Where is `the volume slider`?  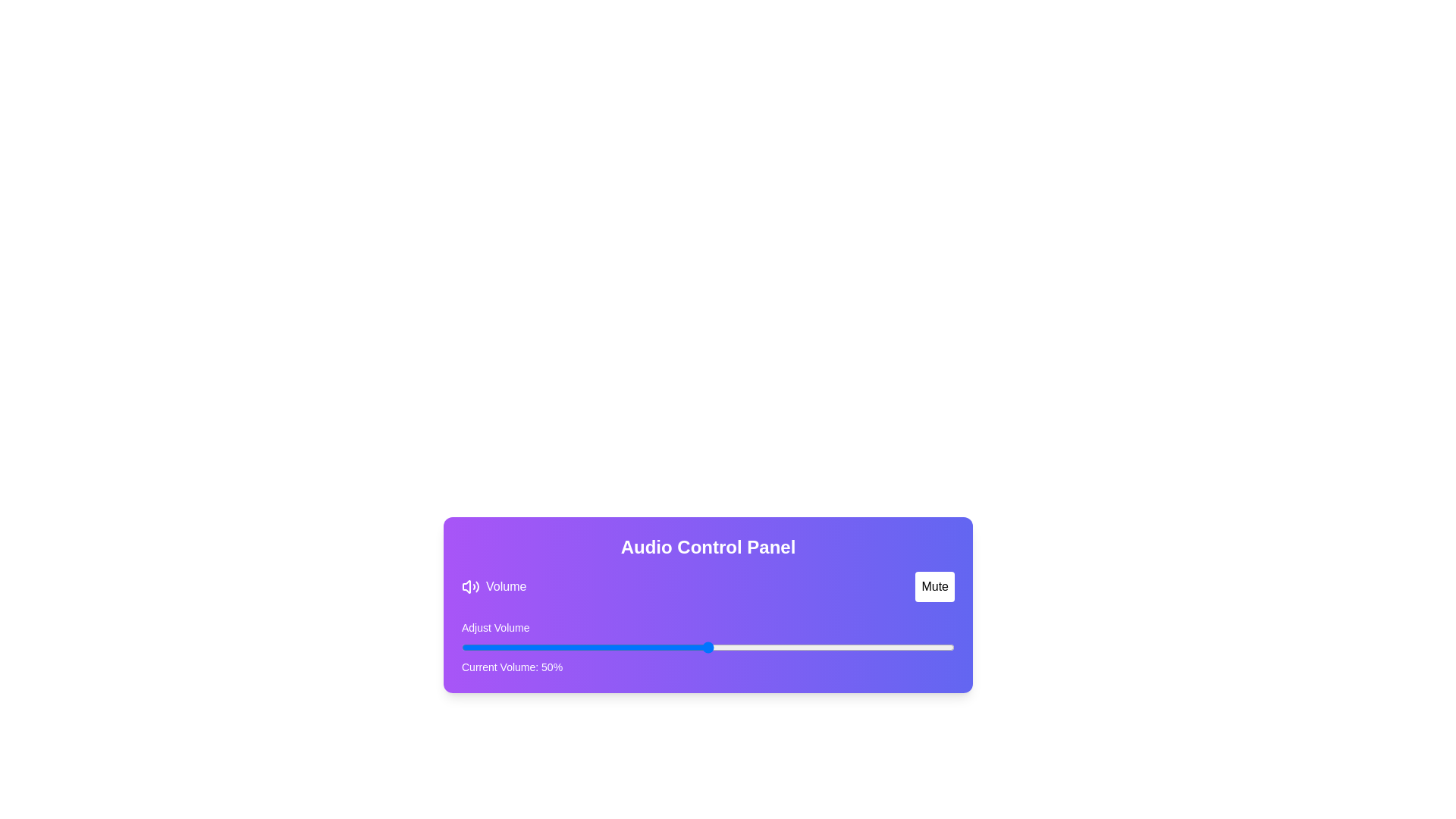
the volume slider is located at coordinates (939, 647).